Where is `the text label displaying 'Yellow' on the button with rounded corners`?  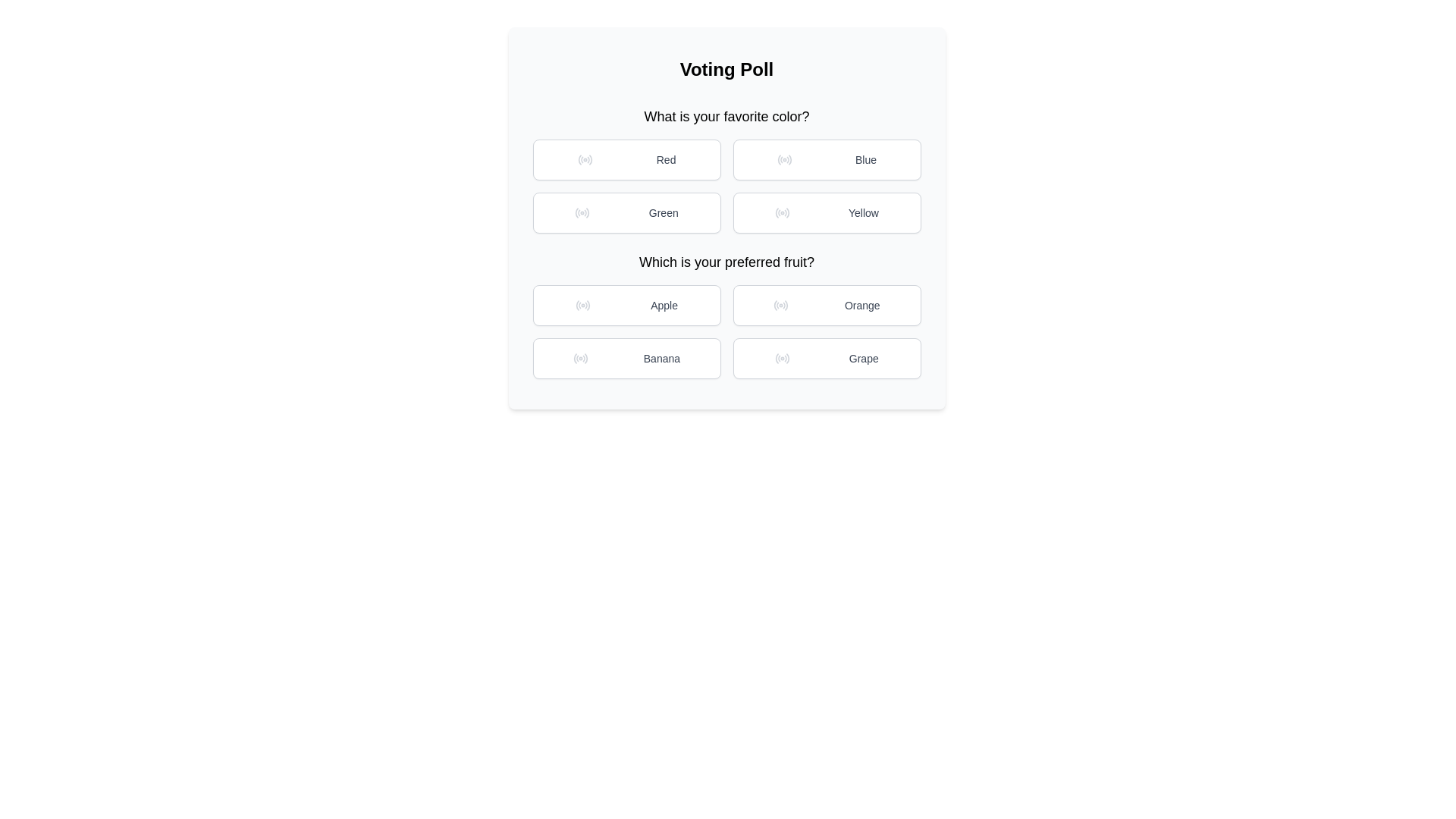
the text label displaying 'Yellow' on the button with rounded corners is located at coordinates (863, 213).